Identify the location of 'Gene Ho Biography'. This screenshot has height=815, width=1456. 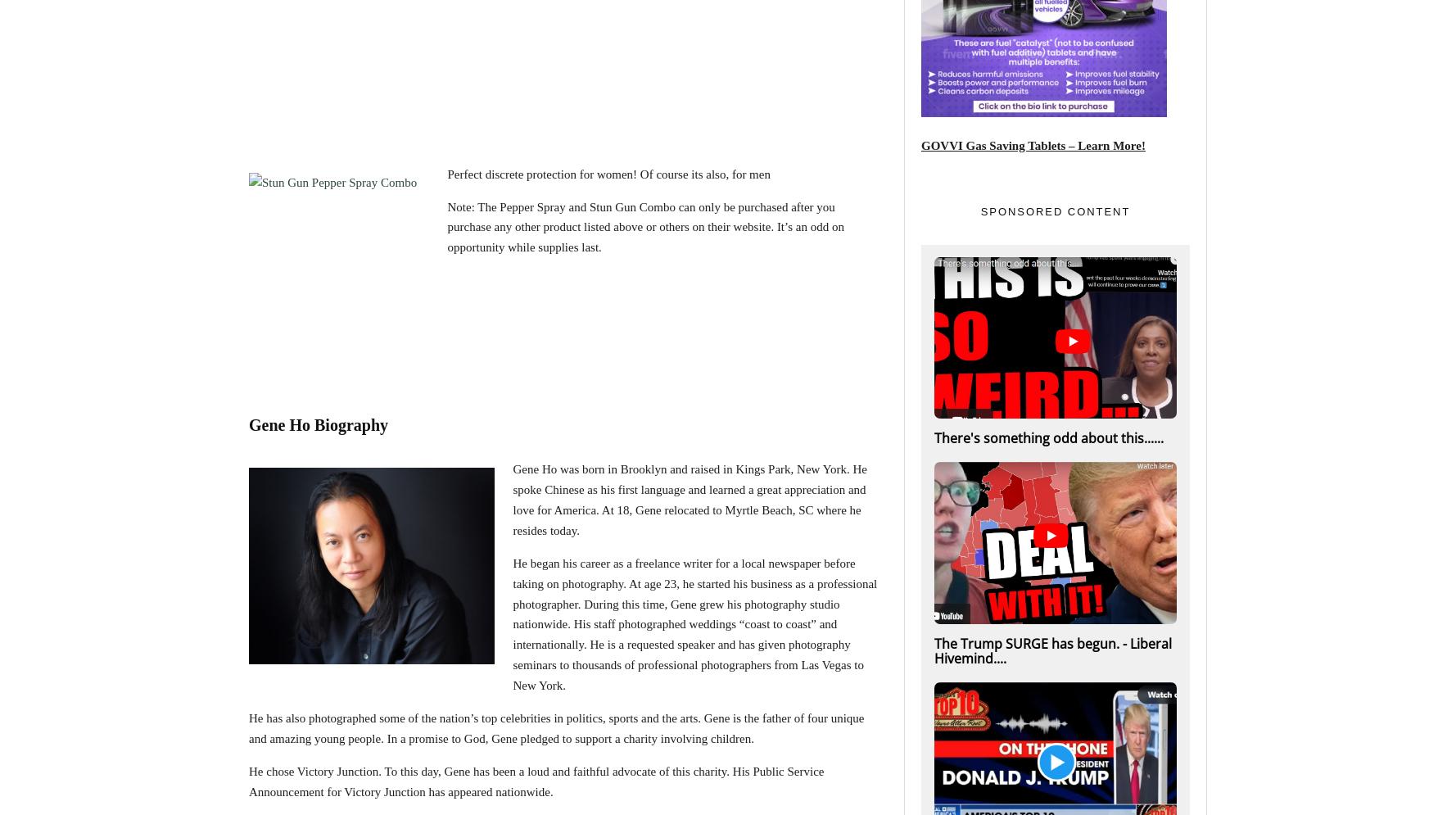
(319, 423).